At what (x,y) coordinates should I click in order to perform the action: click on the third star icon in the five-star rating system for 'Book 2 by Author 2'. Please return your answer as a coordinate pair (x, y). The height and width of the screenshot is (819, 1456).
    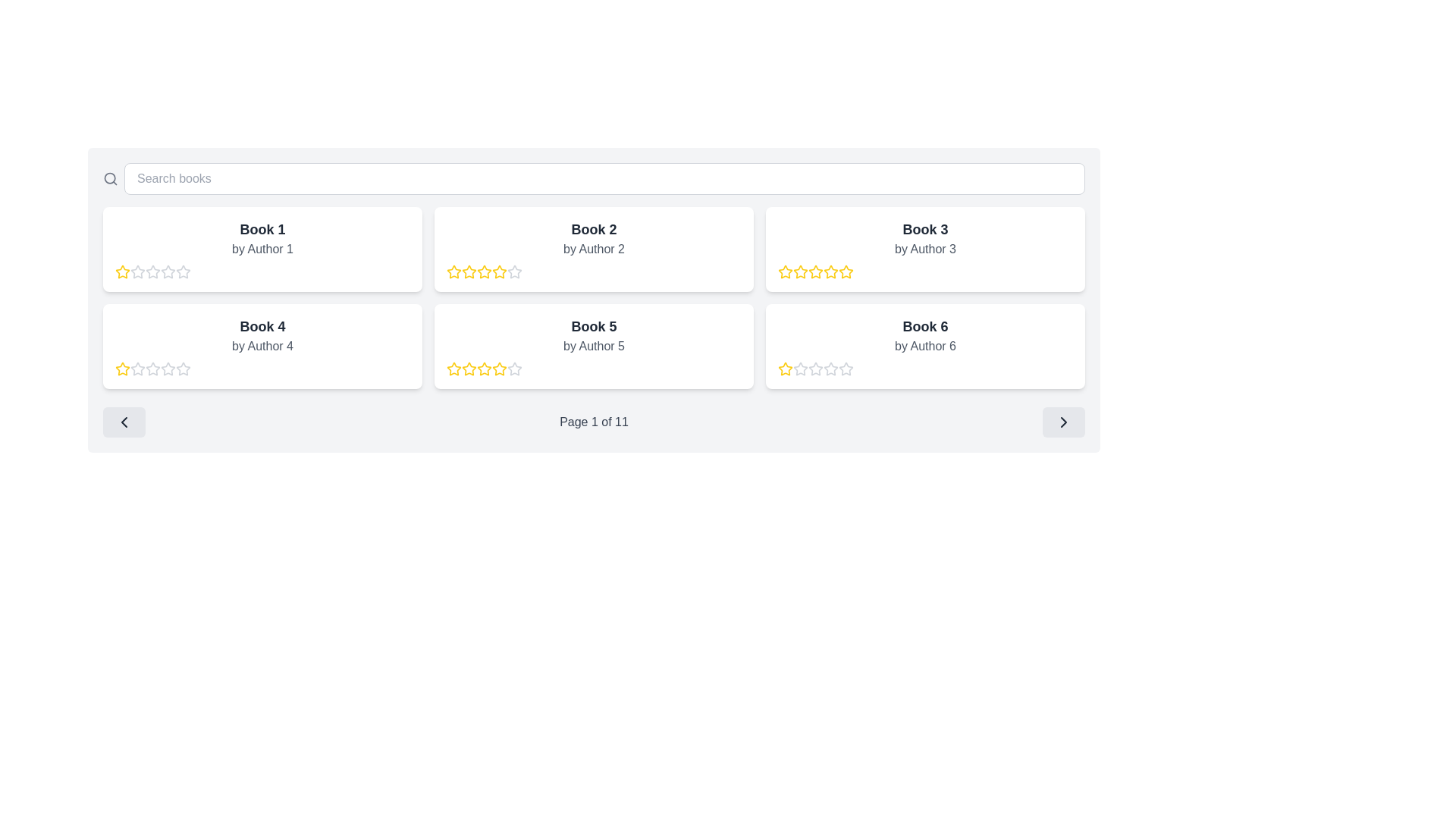
    Looking at the image, I should click on (498, 271).